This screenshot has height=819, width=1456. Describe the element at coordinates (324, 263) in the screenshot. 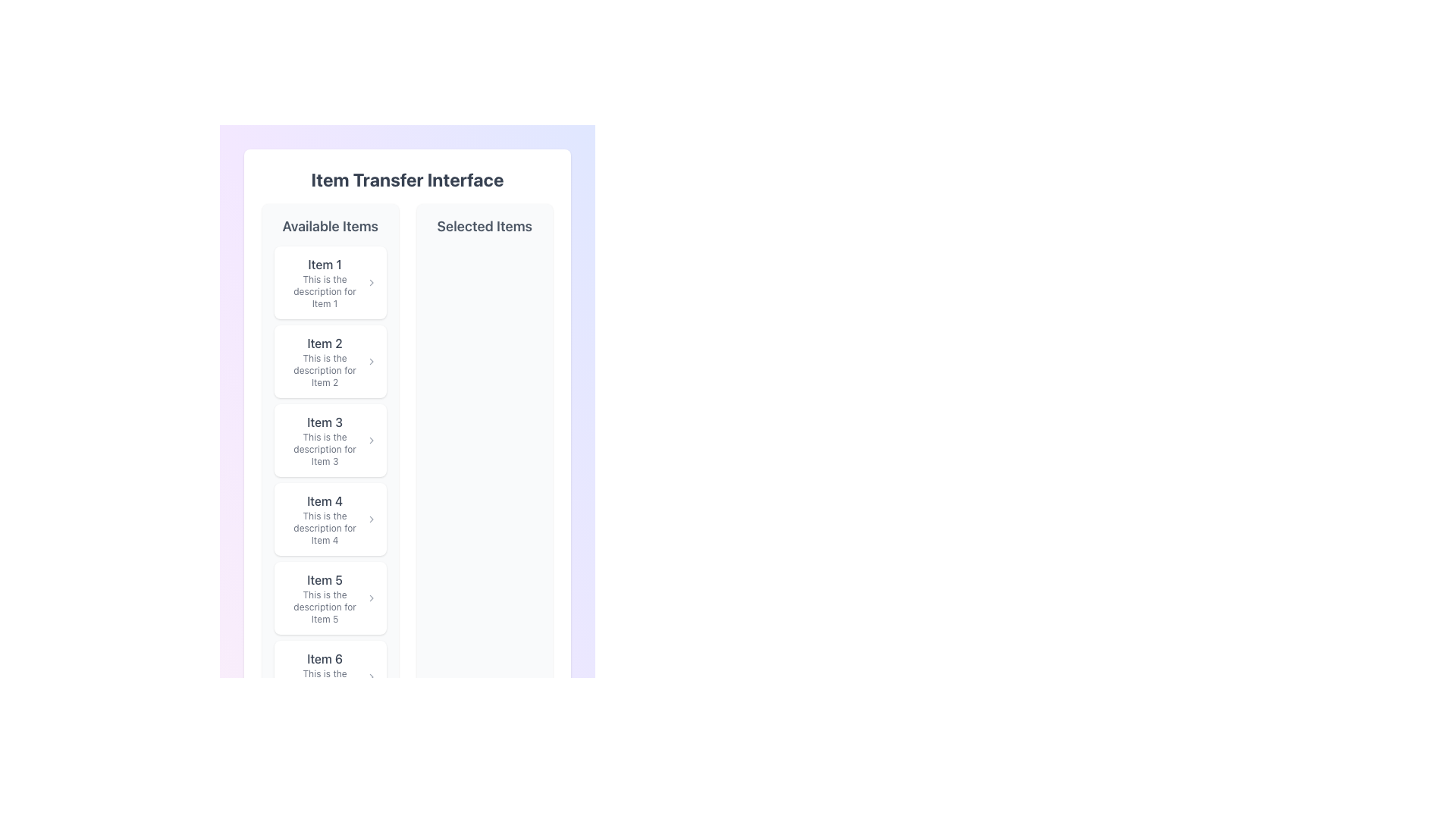

I see `the text label that reads 'Item 1'` at that location.